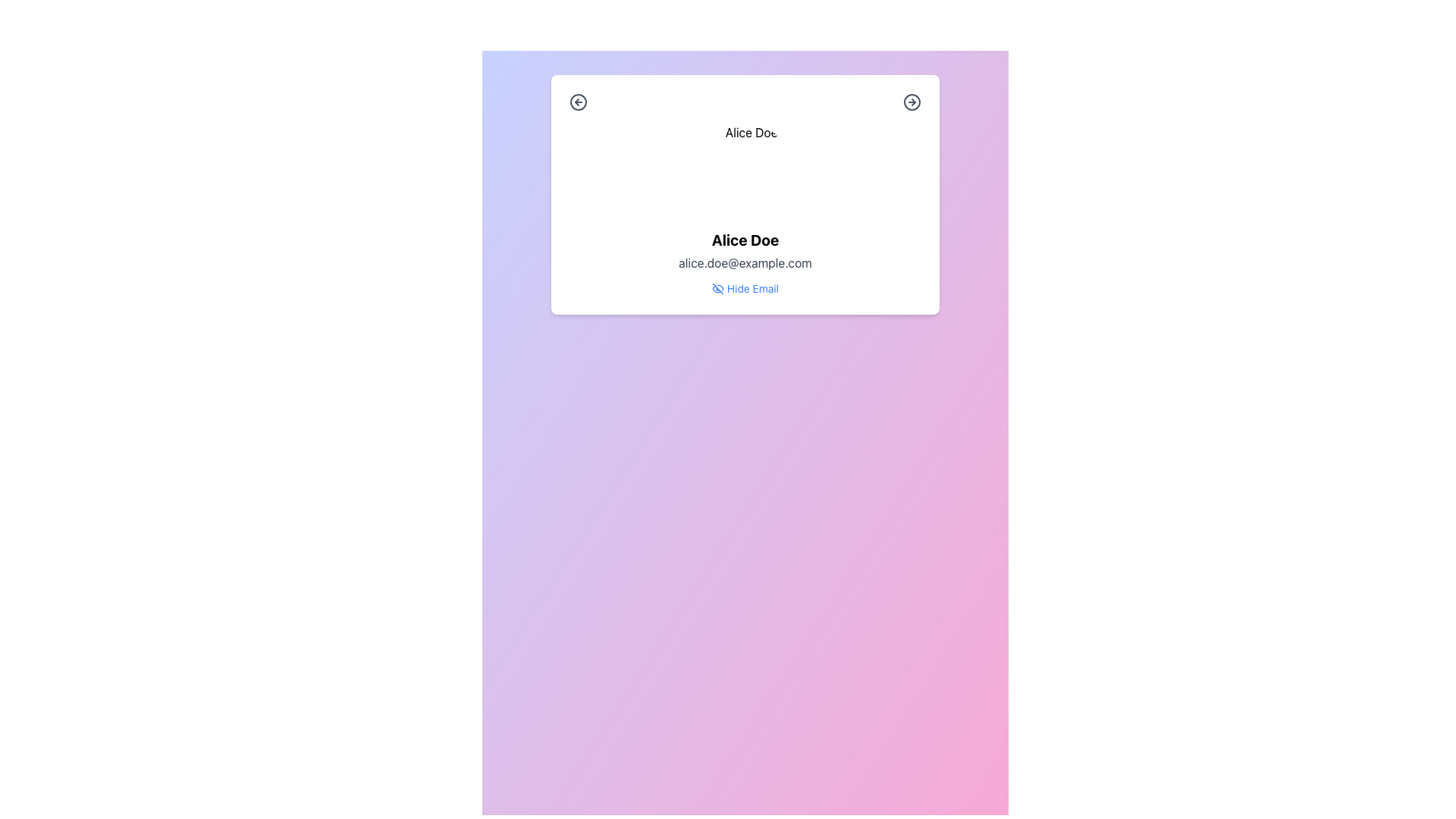  Describe the element at coordinates (745, 210) in the screenshot. I see `the circular image of the Profile Card, which displays the user's profile picture, located at the center of the element` at that location.